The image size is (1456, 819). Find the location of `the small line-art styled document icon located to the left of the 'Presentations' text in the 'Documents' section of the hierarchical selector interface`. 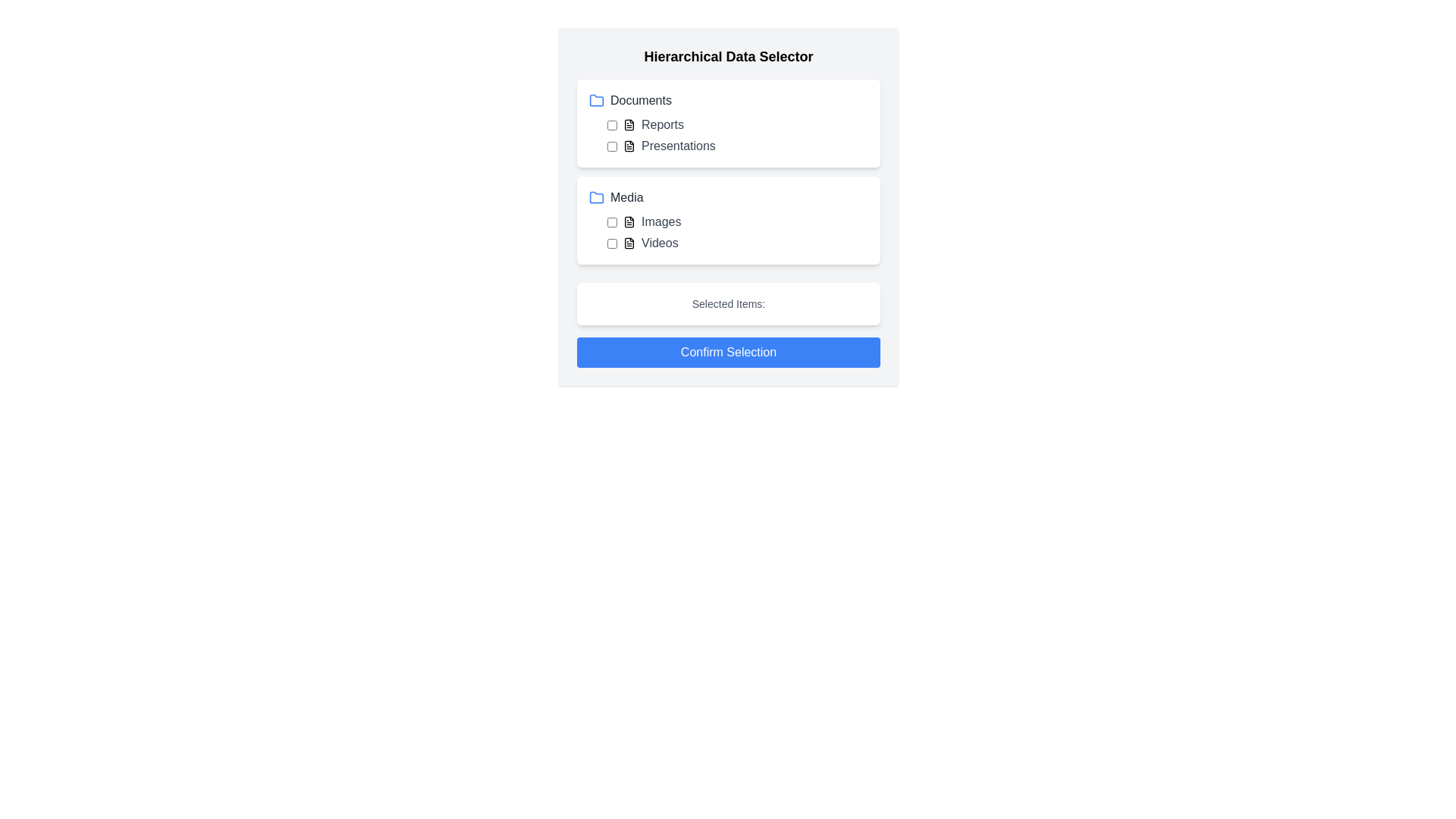

the small line-art styled document icon located to the left of the 'Presentations' text in the 'Documents' section of the hierarchical selector interface is located at coordinates (629, 146).